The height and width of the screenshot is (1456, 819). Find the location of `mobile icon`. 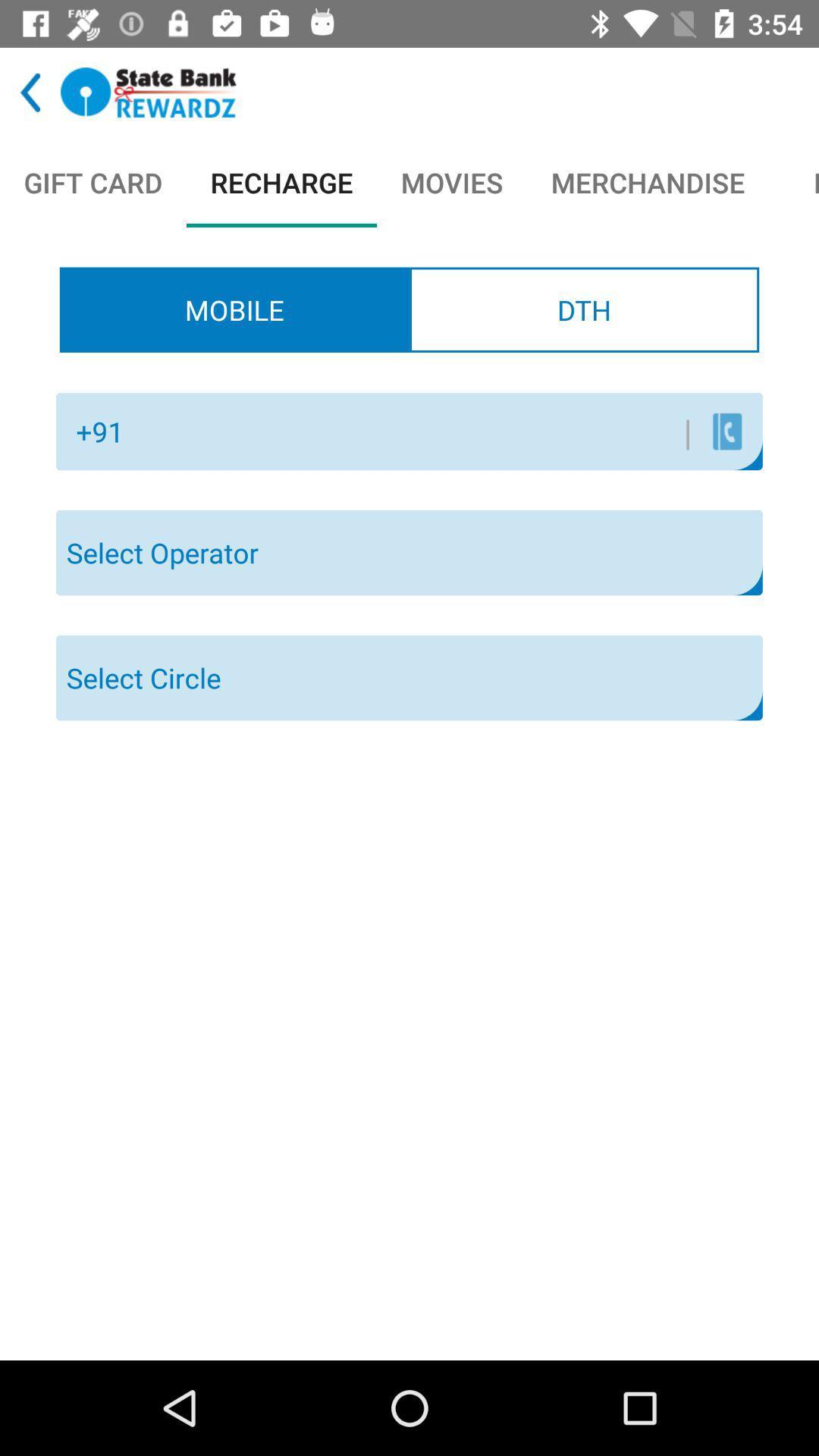

mobile icon is located at coordinates (234, 309).